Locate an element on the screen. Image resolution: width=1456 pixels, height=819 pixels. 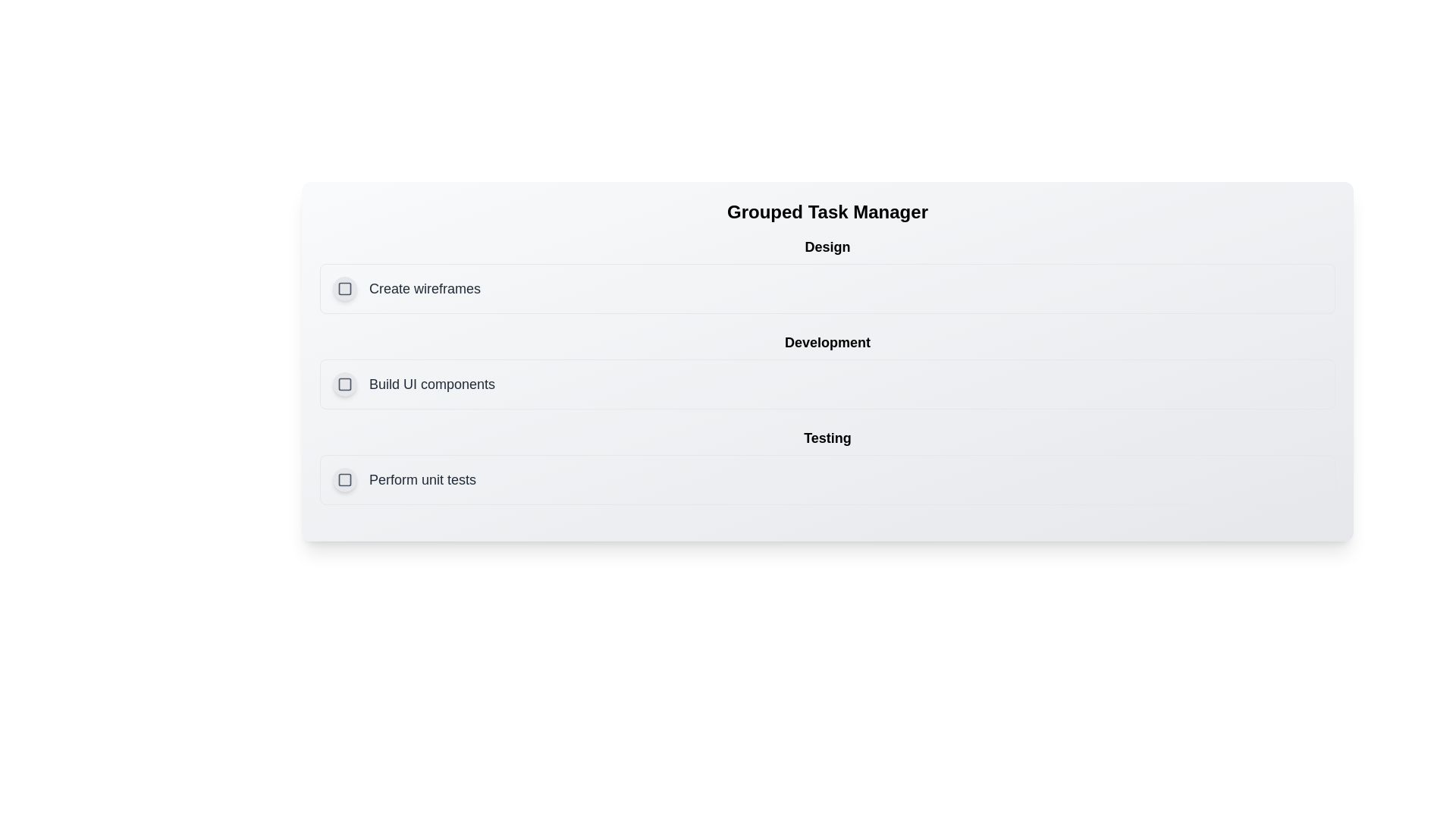
the Checkbox indicator located to the left of the 'Create wireframes' list item in the 'Design' section is located at coordinates (344, 289).